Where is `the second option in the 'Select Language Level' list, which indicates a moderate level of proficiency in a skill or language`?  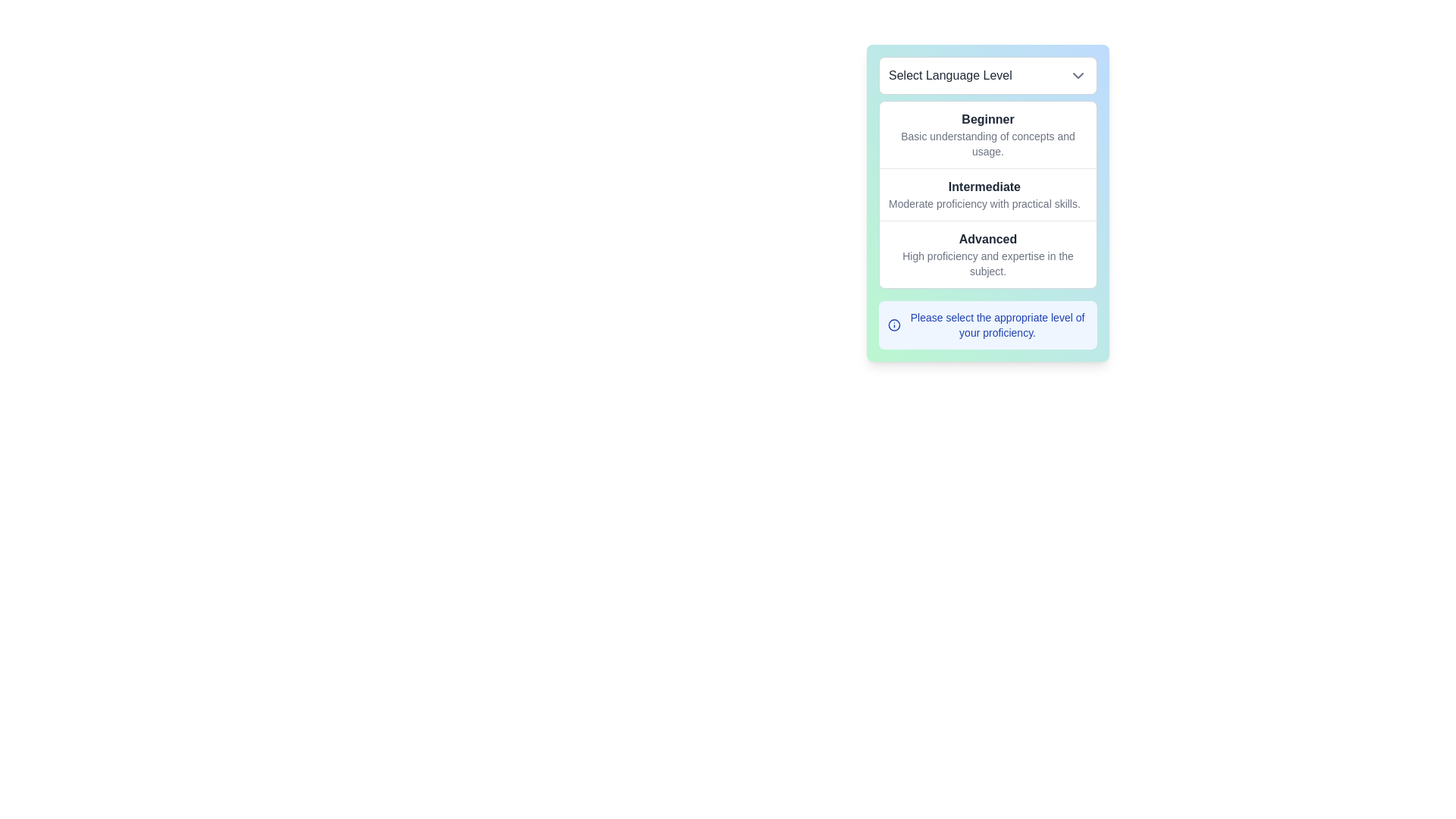 the second option in the 'Select Language Level' list, which indicates a moderate level of proficiency in a skill or language is located at coordinates (984, 194).